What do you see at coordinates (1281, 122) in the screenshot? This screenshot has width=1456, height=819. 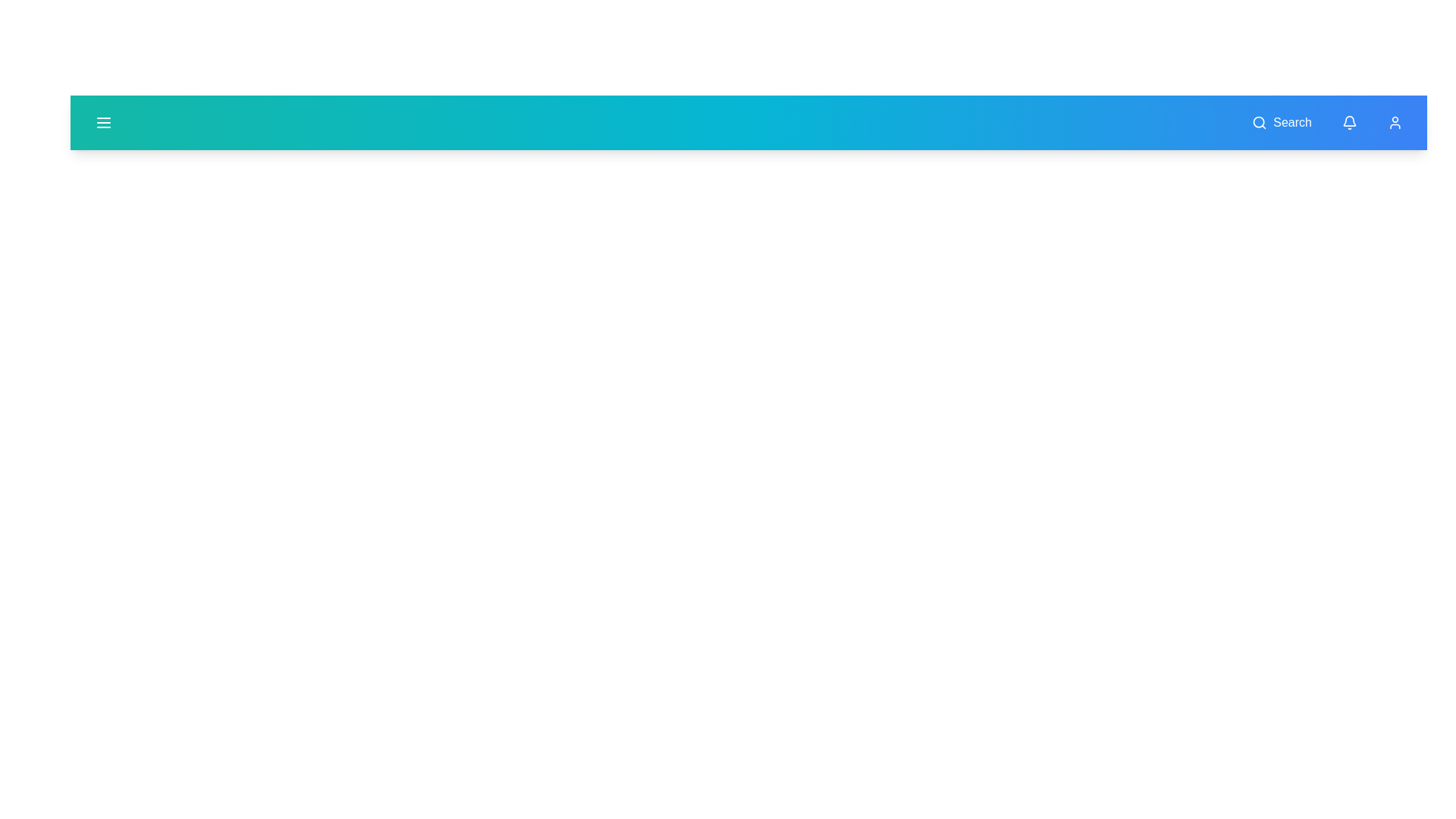 I see `the search button to initiate a search` at bounding box center [1281, 122].